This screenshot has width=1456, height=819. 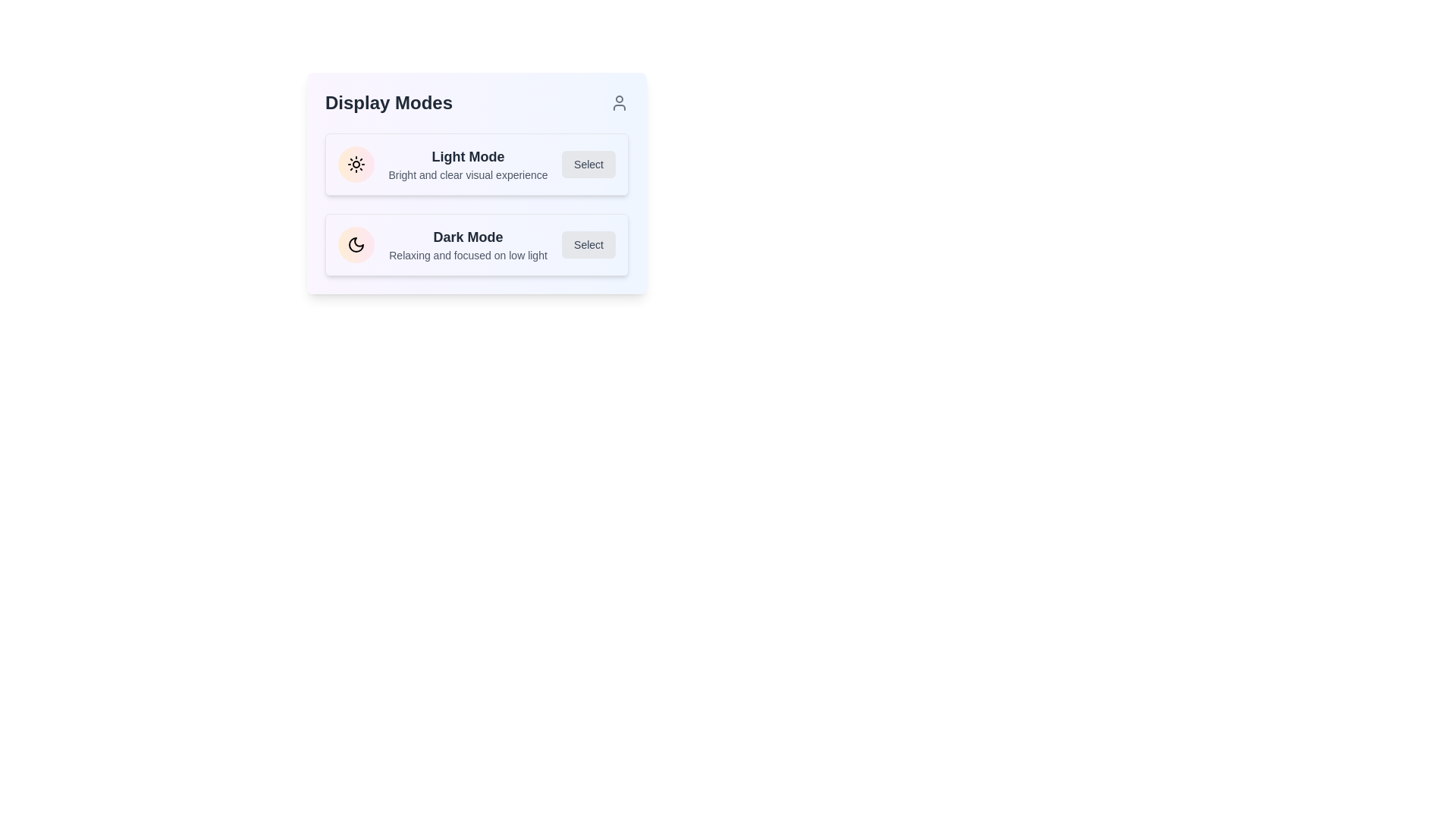 What do you see at coordinates (467, 164) in the screenshot?
I see `the informational text block that introduces the 'Light Mode' option for display settings, located under the 'Display Modes' heading in the first section of the layout` at bounding box center [467, 164].